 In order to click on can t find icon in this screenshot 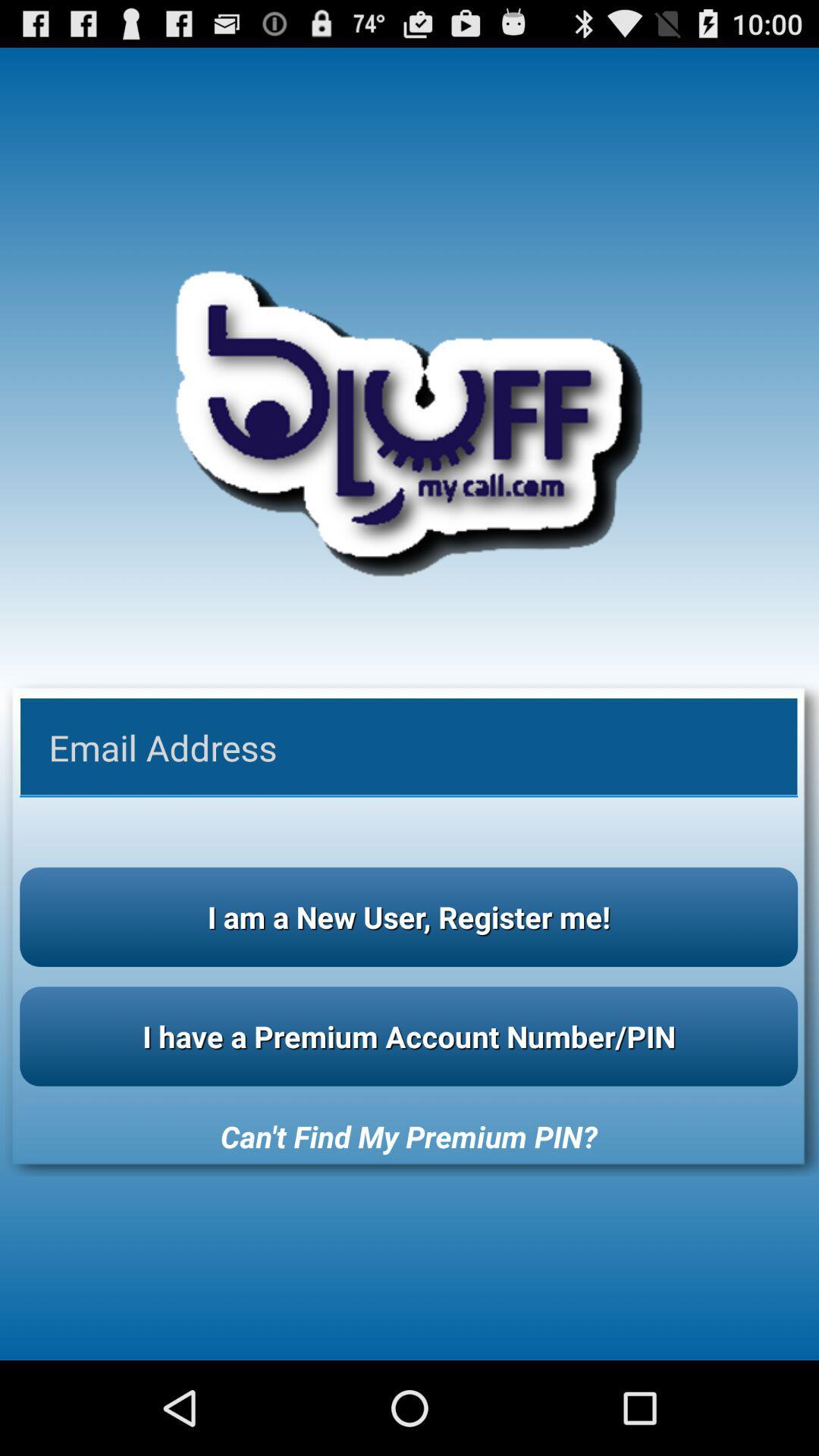, I will do `click(408, 1136)`.